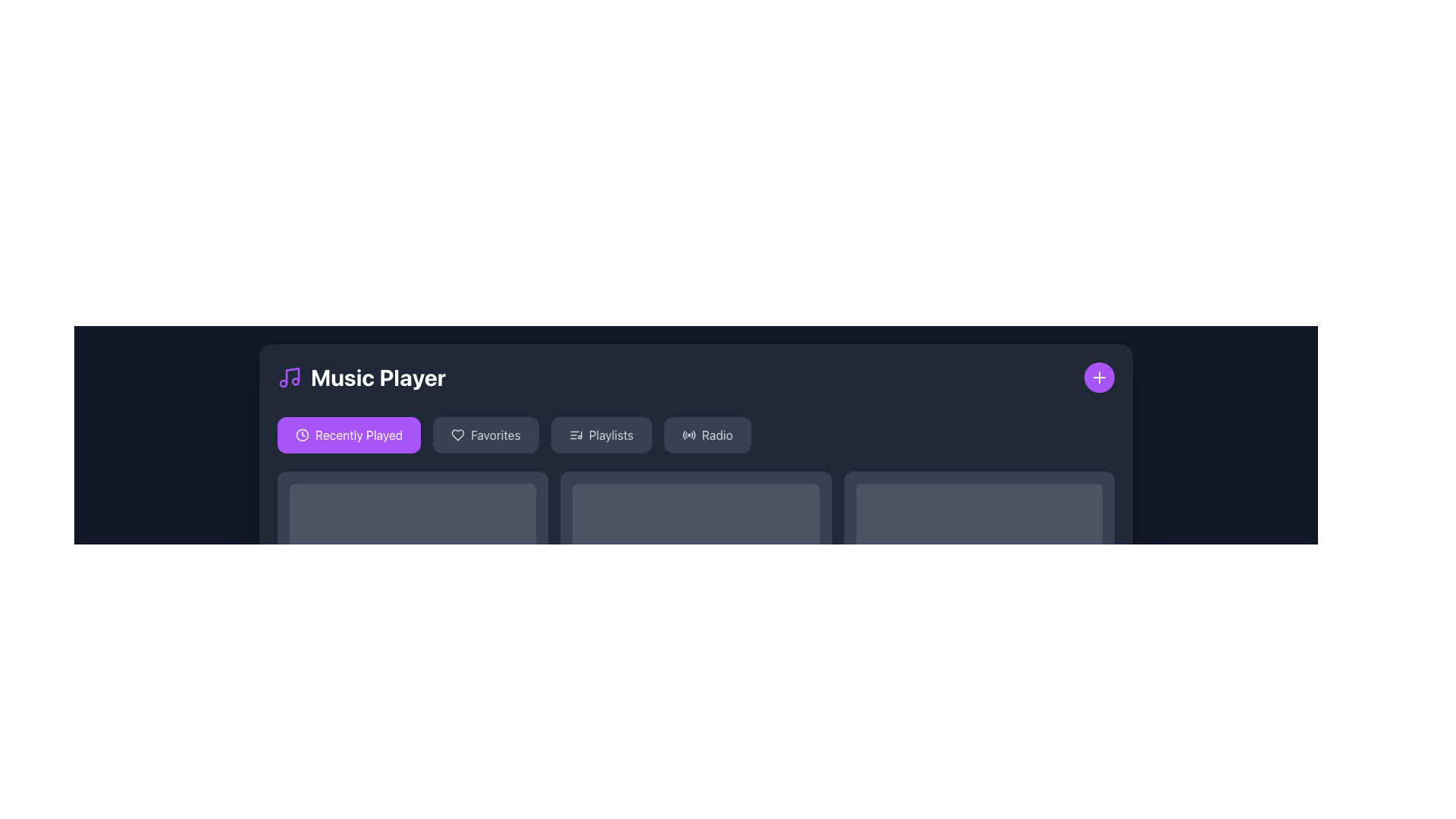 Image resolution: width=1456 pixels, height=819 pixels. What do you see at coordinates (688, 435) in the screenshot?
I see `the decorative icon located to the left of the 'Radio' label in the upper menu row, which visually reinforces the meaning of the label` at bounding box center [688, 435].